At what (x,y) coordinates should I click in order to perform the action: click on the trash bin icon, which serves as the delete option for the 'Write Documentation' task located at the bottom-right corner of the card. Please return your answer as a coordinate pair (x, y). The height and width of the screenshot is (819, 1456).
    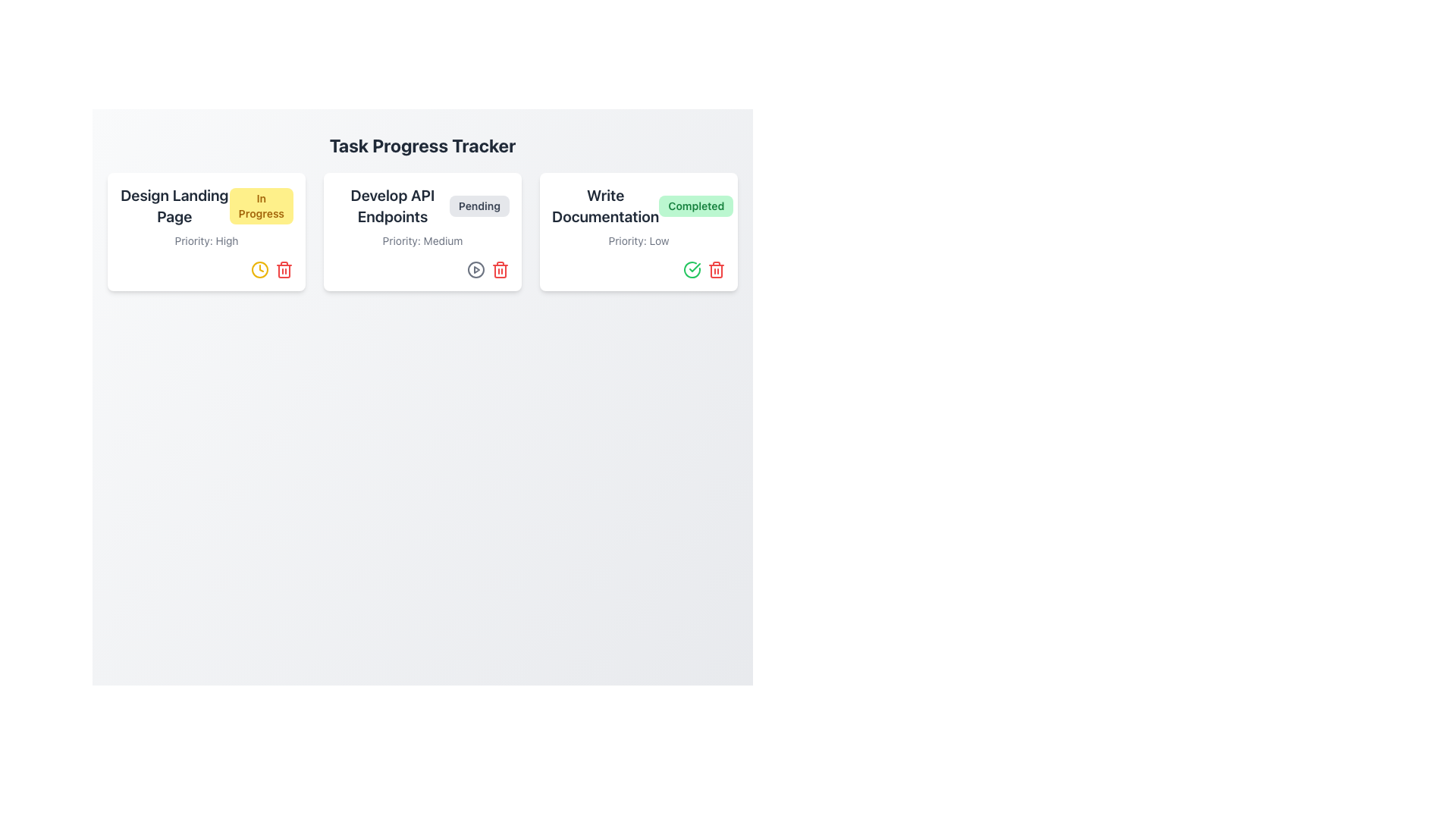
    Looking at the image, I should click on (716, 271).